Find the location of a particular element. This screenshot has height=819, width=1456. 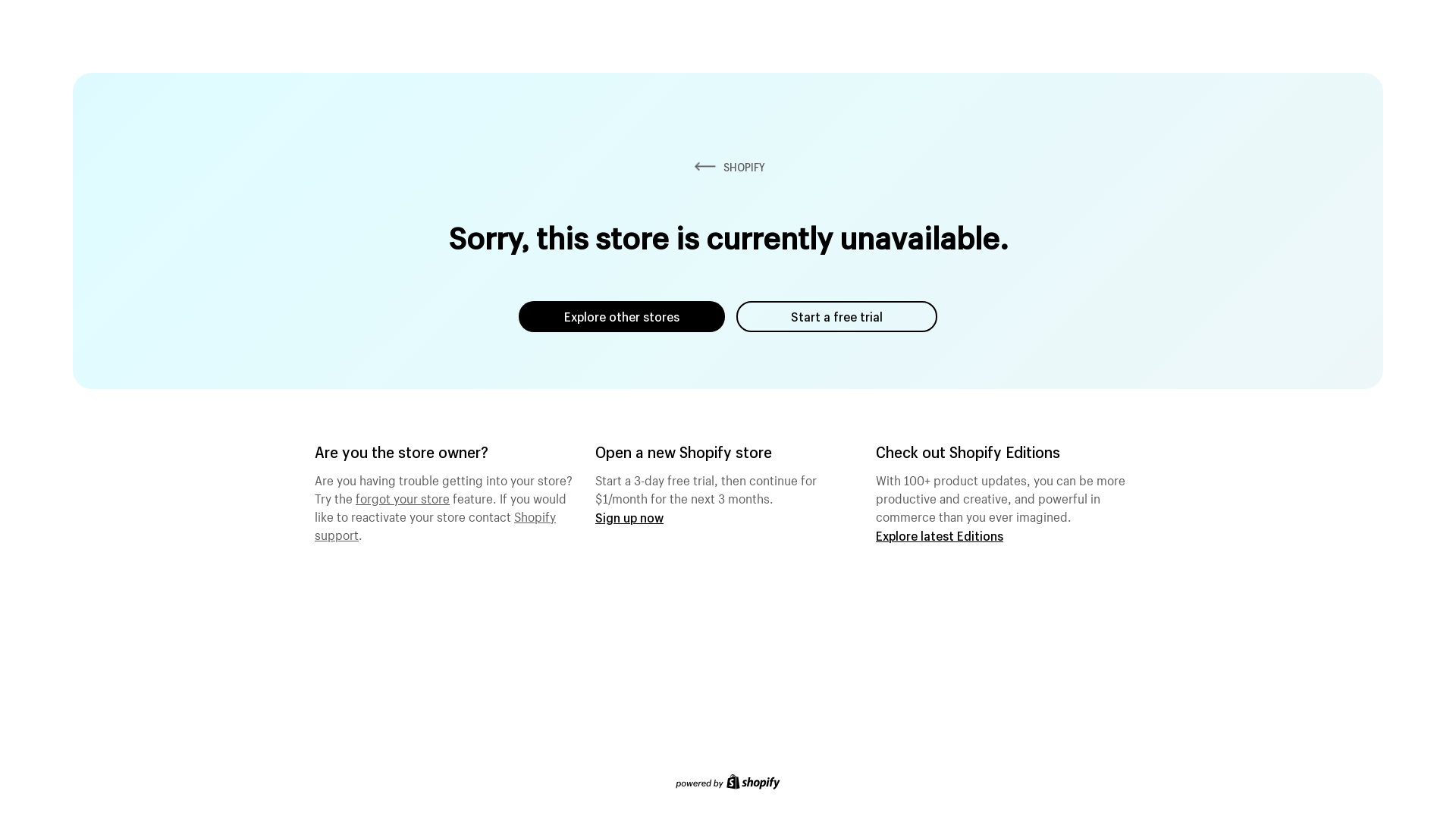

'Sign up now' is located at coordinates (595, 516).